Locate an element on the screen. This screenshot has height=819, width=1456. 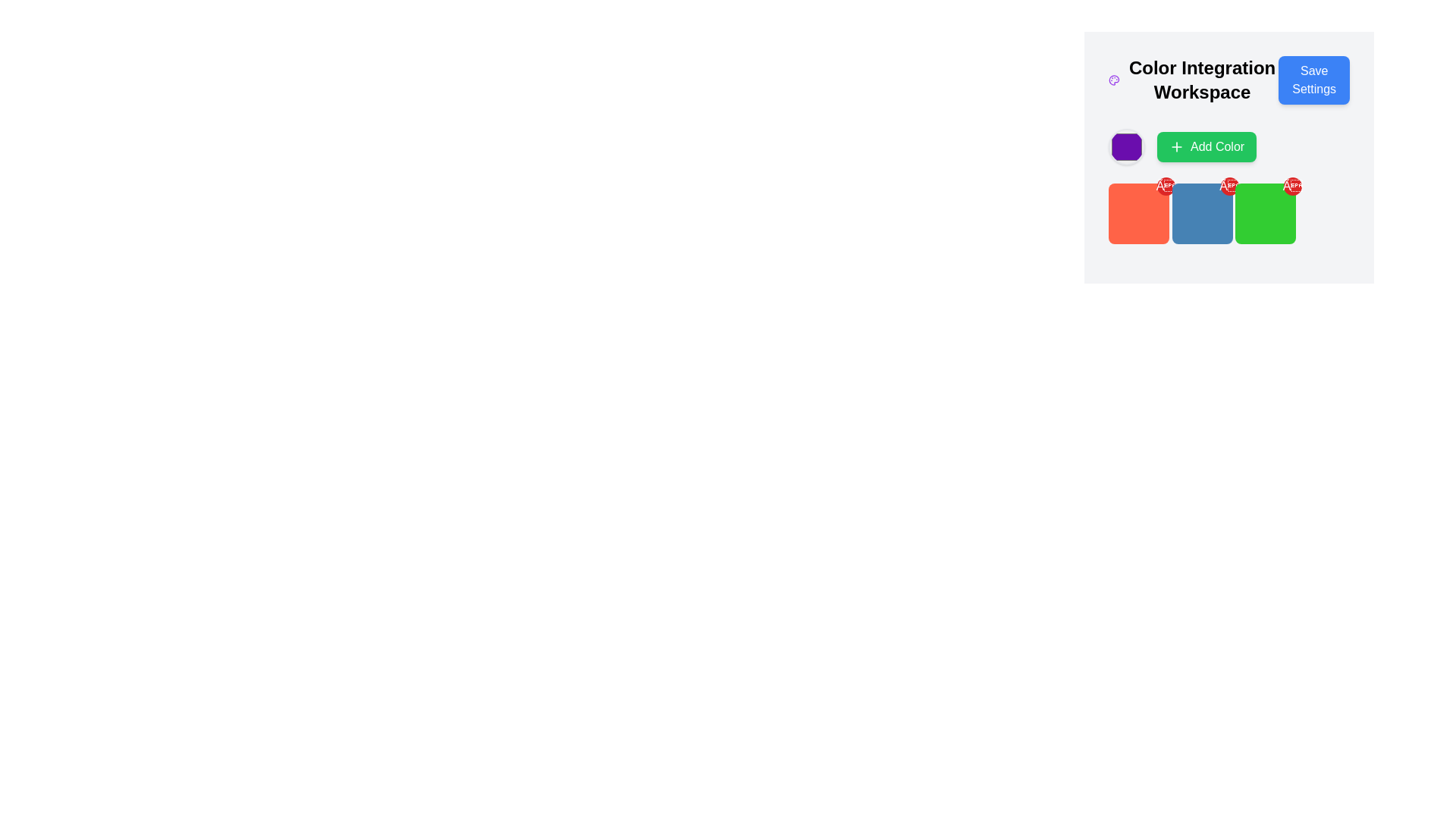
the '+' icon located within the 'Add Color' button, which visually indicates the action of adding something new is located at coordinates (1175, 146).